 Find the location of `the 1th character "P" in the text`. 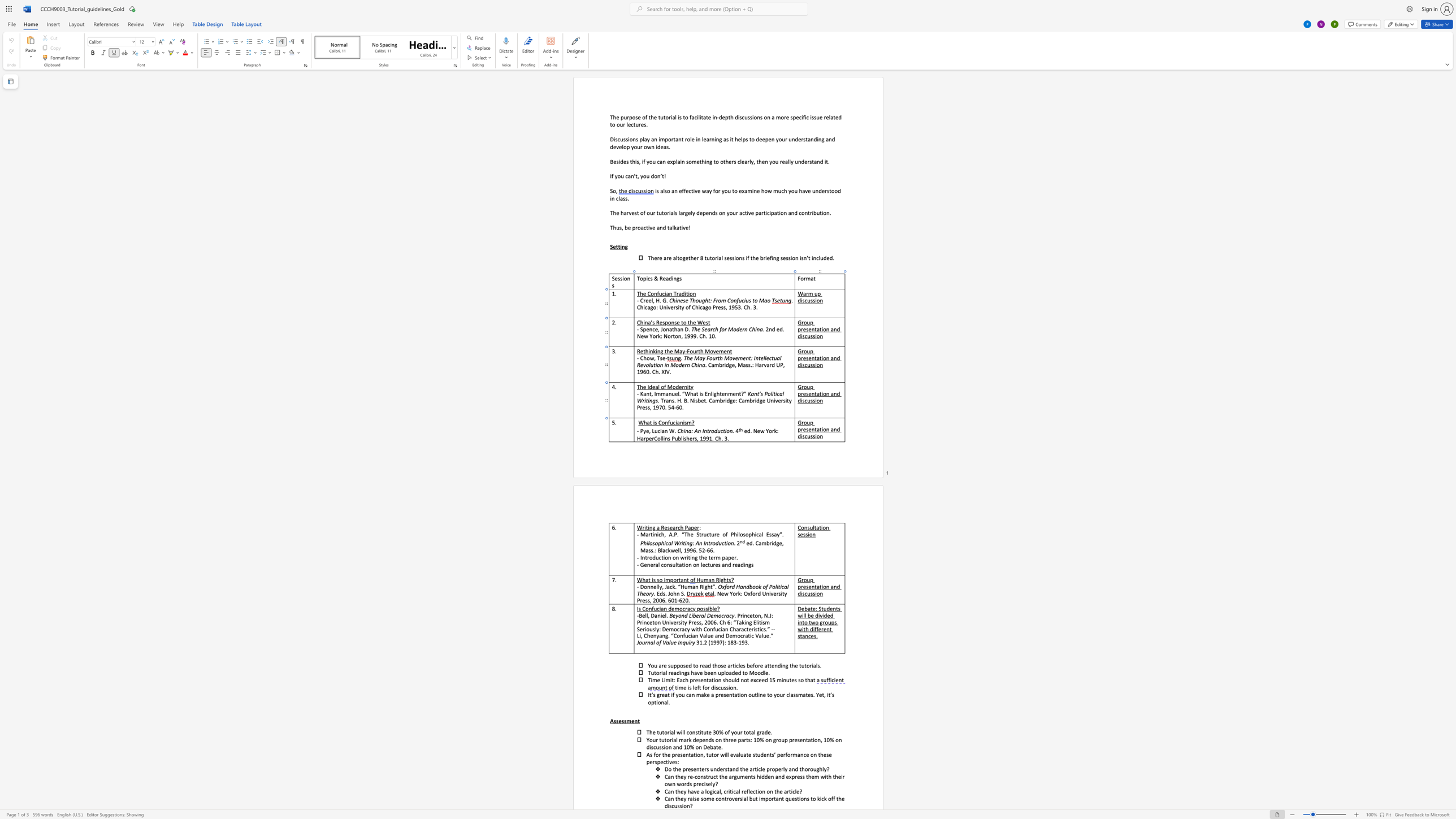

the 1th character "P" in the text is located at coordinates (641, 431).